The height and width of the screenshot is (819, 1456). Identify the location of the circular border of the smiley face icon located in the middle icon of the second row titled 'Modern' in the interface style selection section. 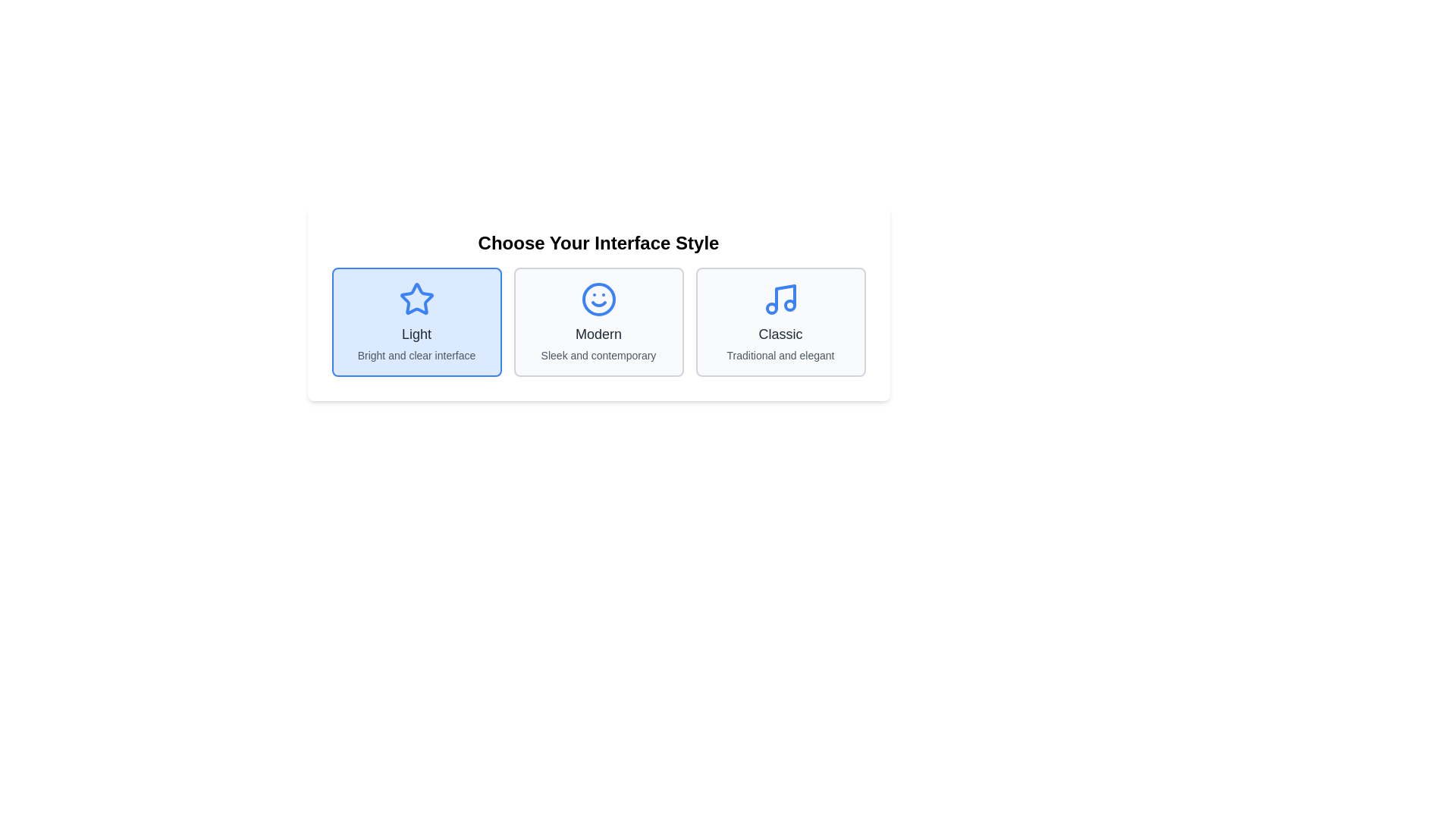
(598, 299).